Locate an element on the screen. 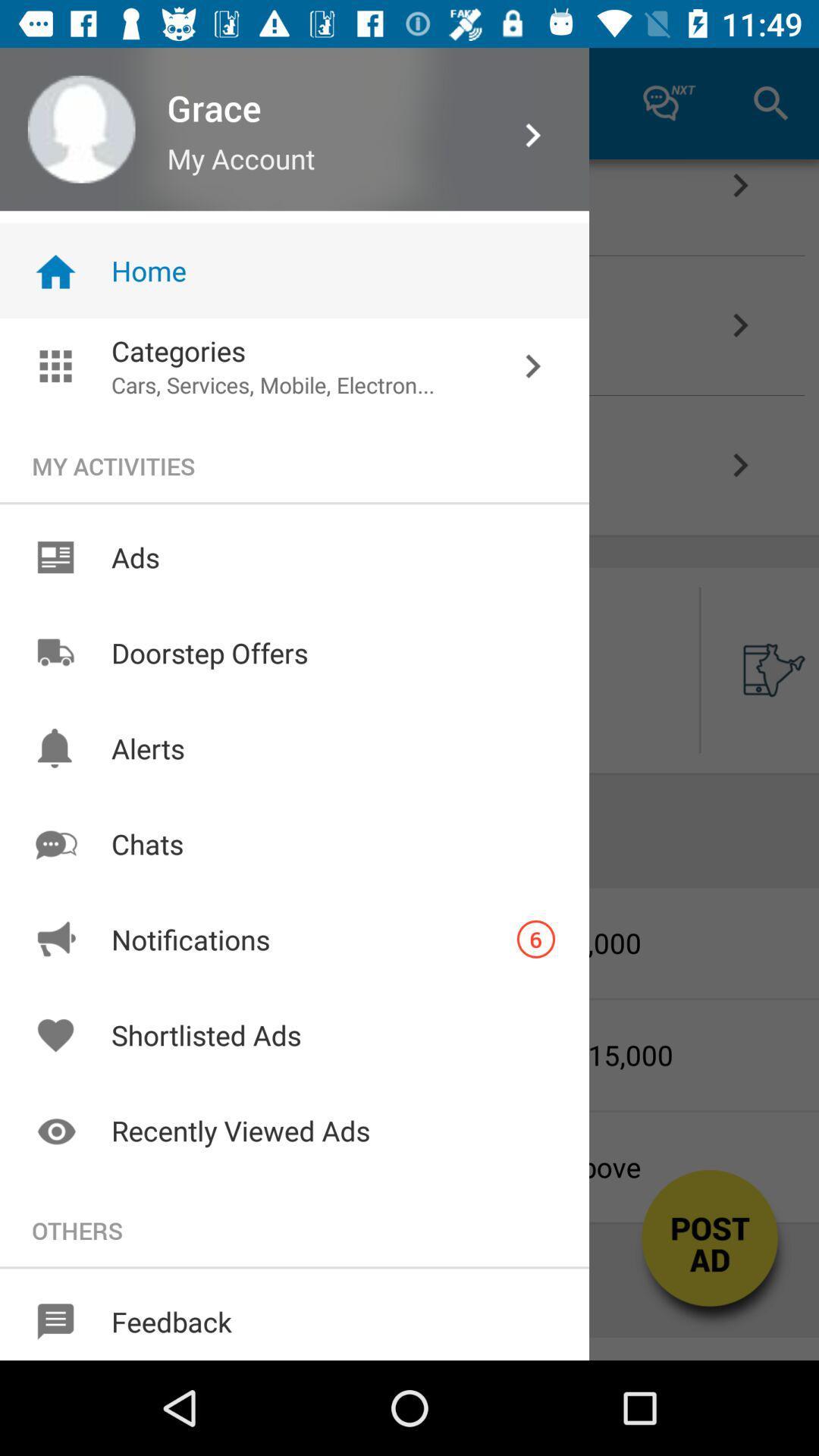  the logo which has the text ads mentioned next to it is located at coordinates (55, 557).